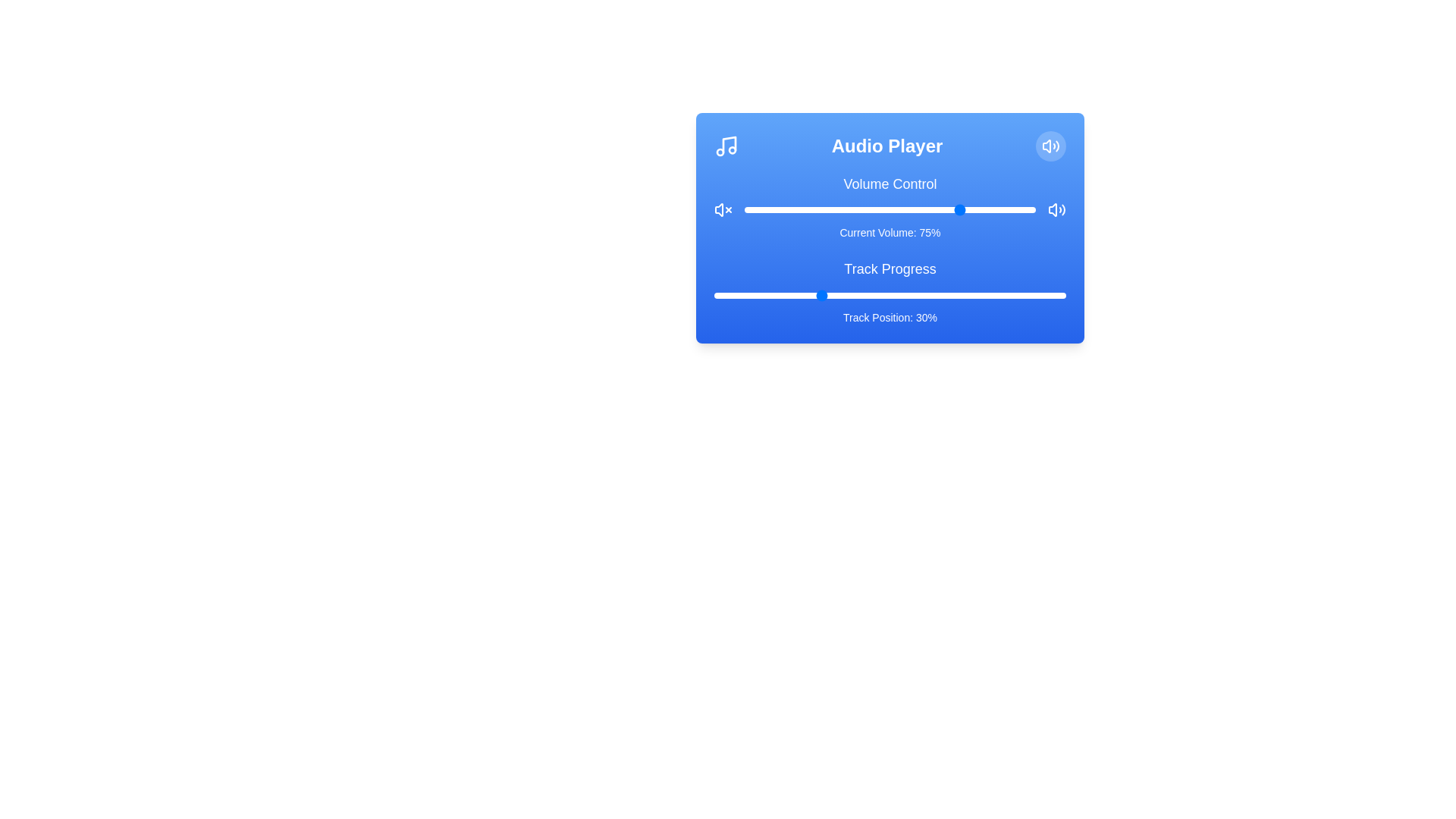 The width and height of the screenshot is (1456, 819). I want to click on track position, so click(910, 295).